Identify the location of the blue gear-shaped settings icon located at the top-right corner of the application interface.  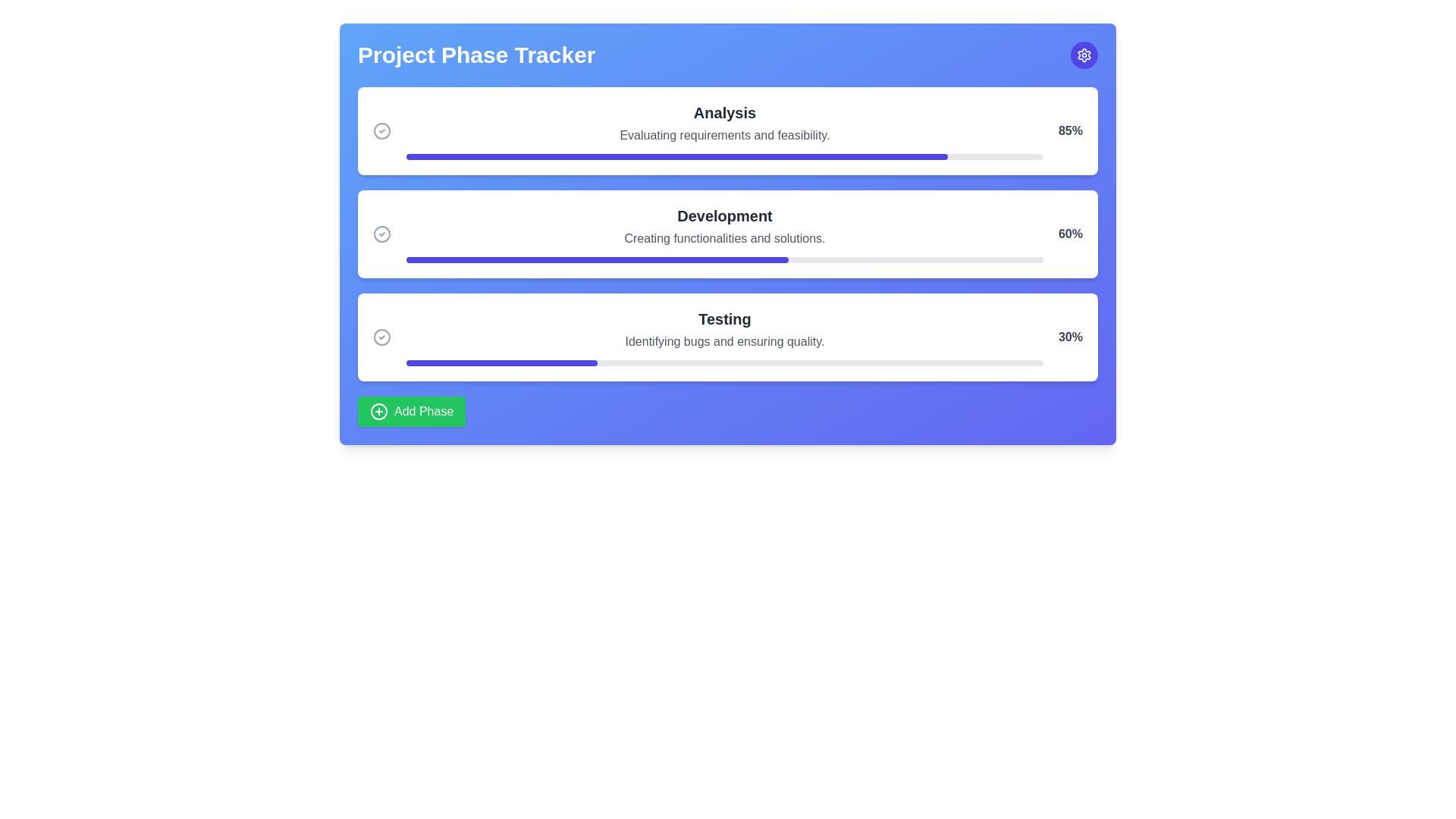
(1084, 55).